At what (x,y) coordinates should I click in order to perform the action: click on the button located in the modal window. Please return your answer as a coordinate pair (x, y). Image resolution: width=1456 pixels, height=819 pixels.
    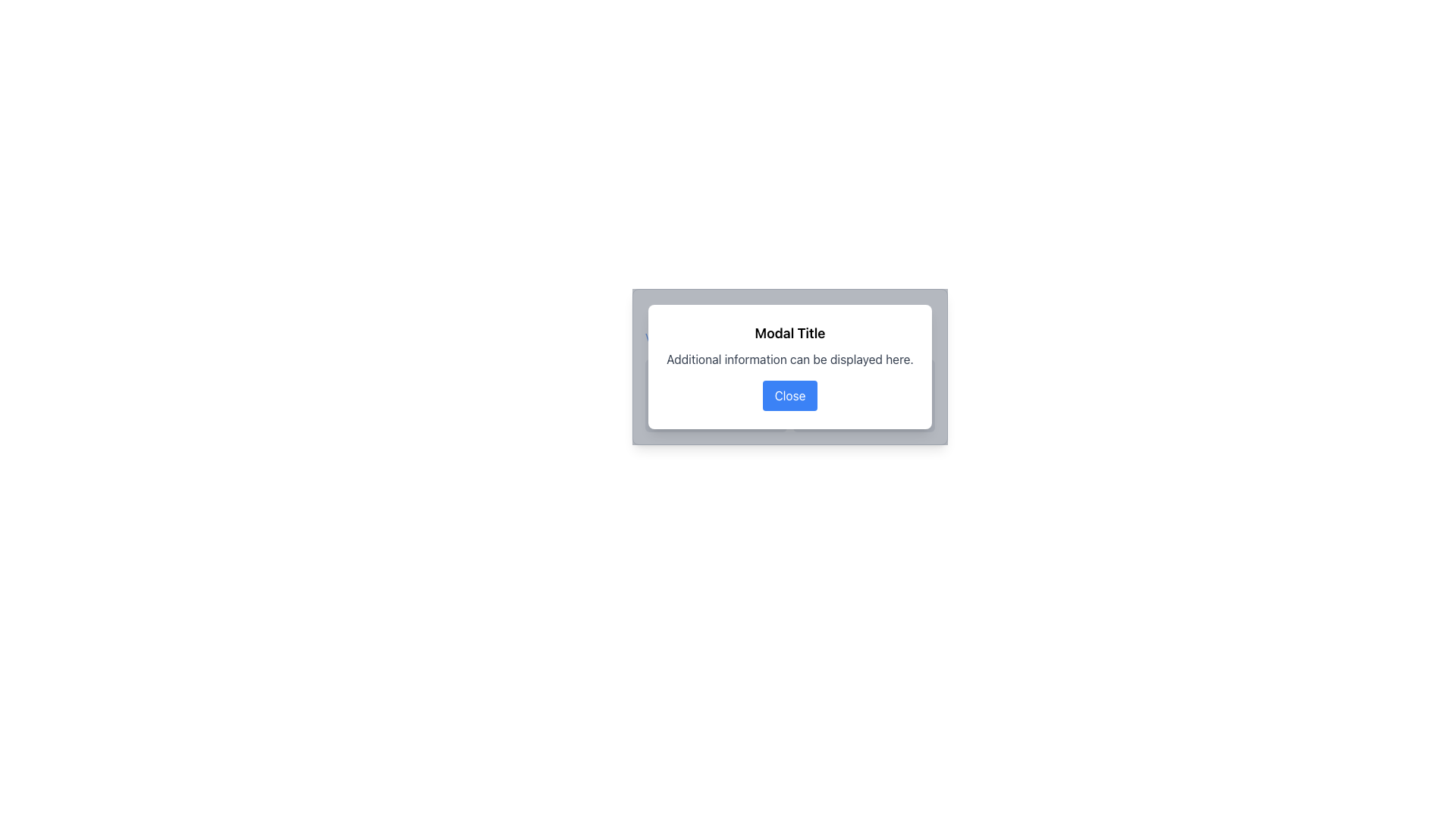
    Looking at the image, I should click on (789, 394).